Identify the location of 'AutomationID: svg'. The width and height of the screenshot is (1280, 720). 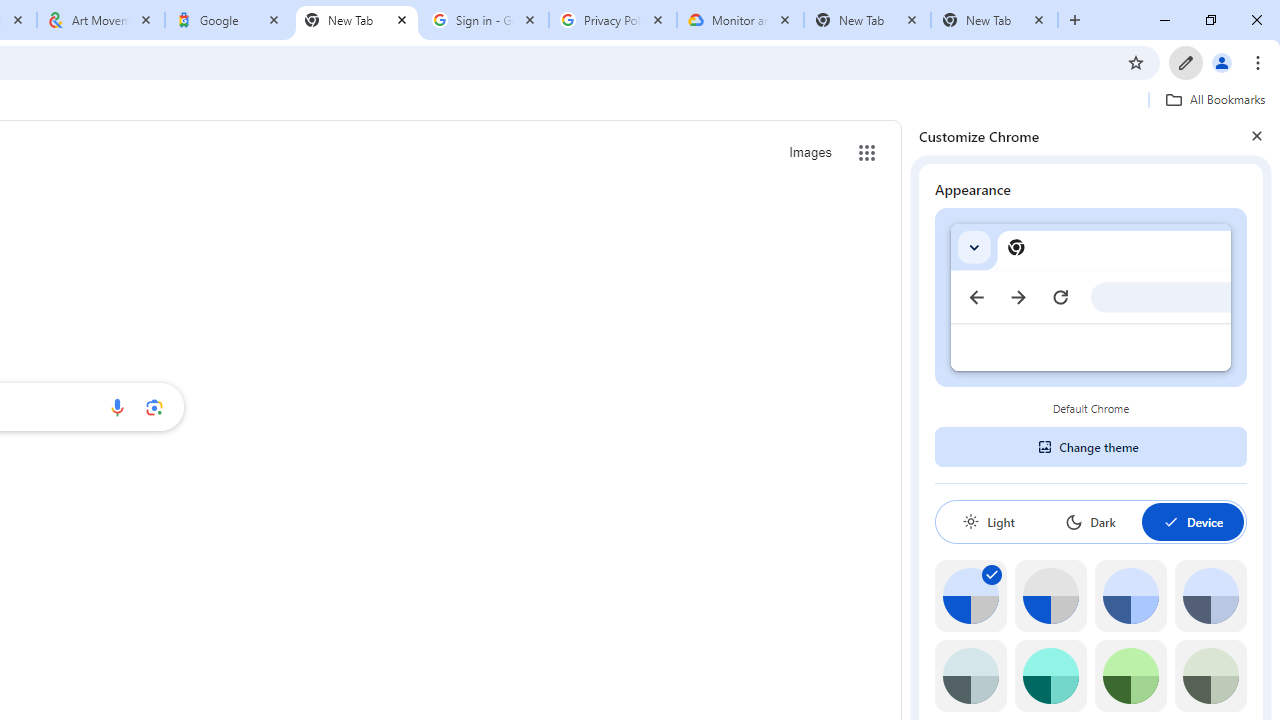
(992, 574).